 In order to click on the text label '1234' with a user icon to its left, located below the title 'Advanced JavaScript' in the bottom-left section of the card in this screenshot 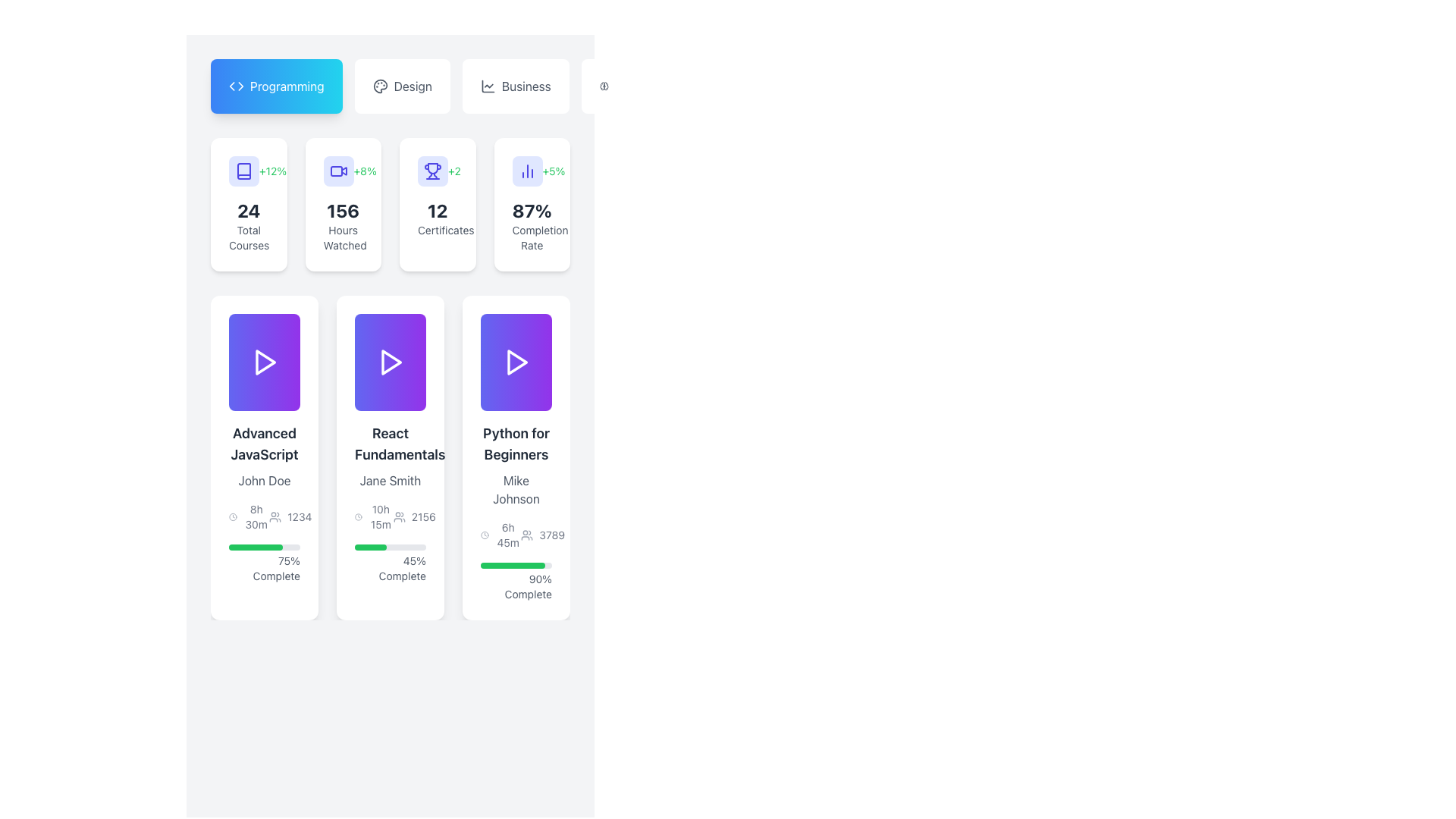, I will do `click(290, 516)`.